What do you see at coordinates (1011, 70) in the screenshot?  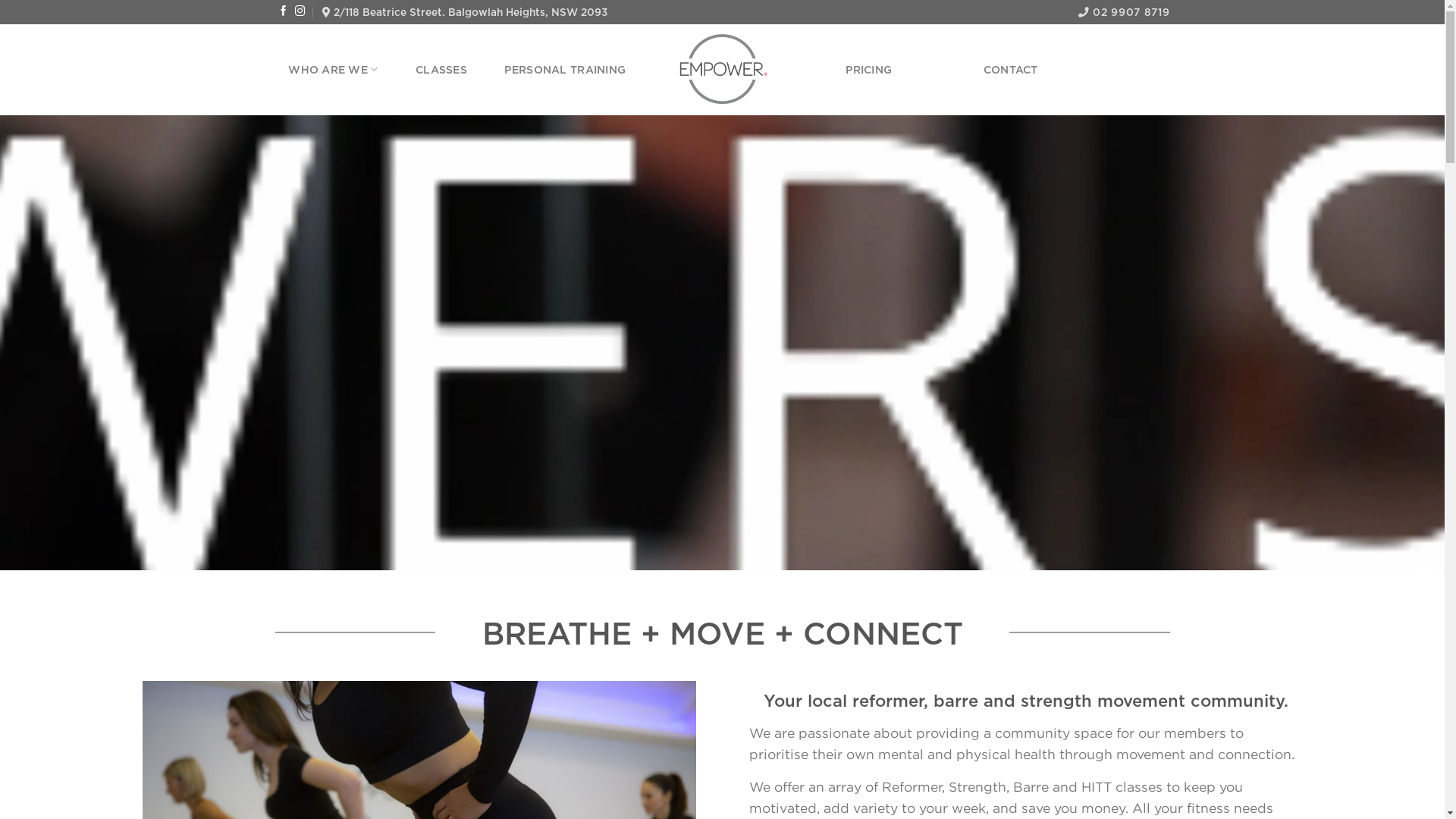 I see `'CONTACT'` at bounding box center [1011, 70].